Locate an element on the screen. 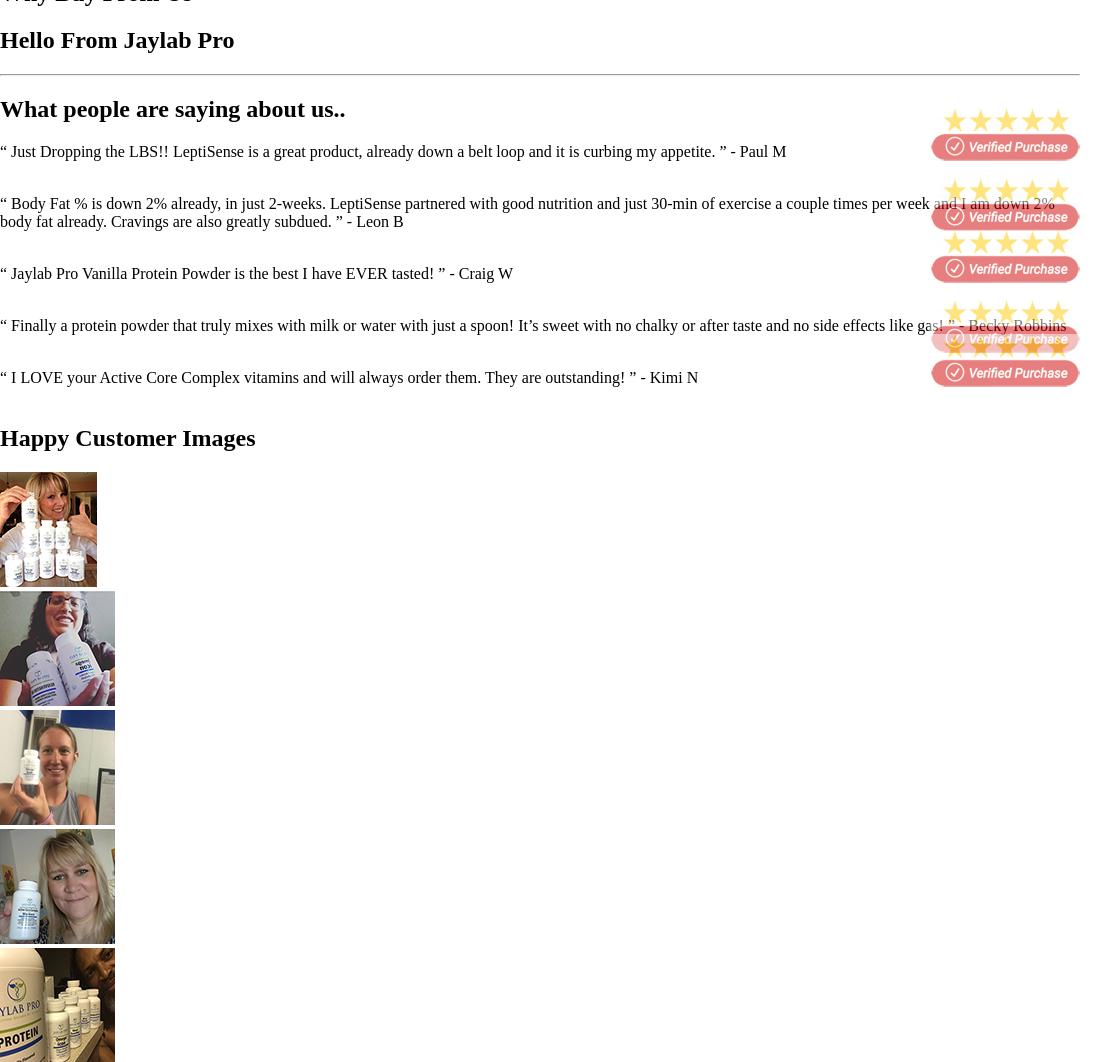 The height and width of the screenshot is (1062, 1120). '- Leon B' is located at coordinates (374, 220).